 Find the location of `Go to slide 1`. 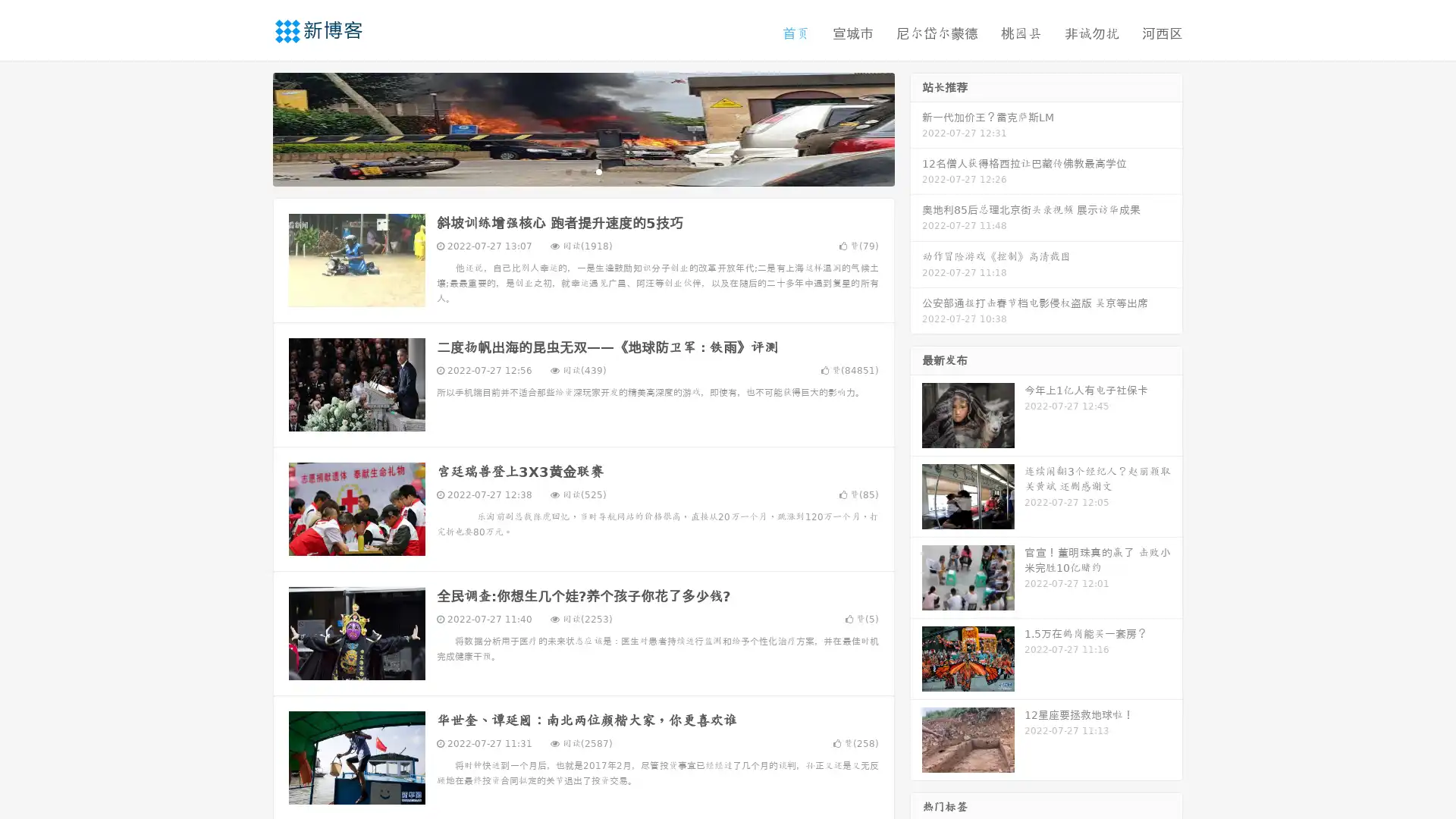

Go to slide 1 is located at coordinates (567, 171).